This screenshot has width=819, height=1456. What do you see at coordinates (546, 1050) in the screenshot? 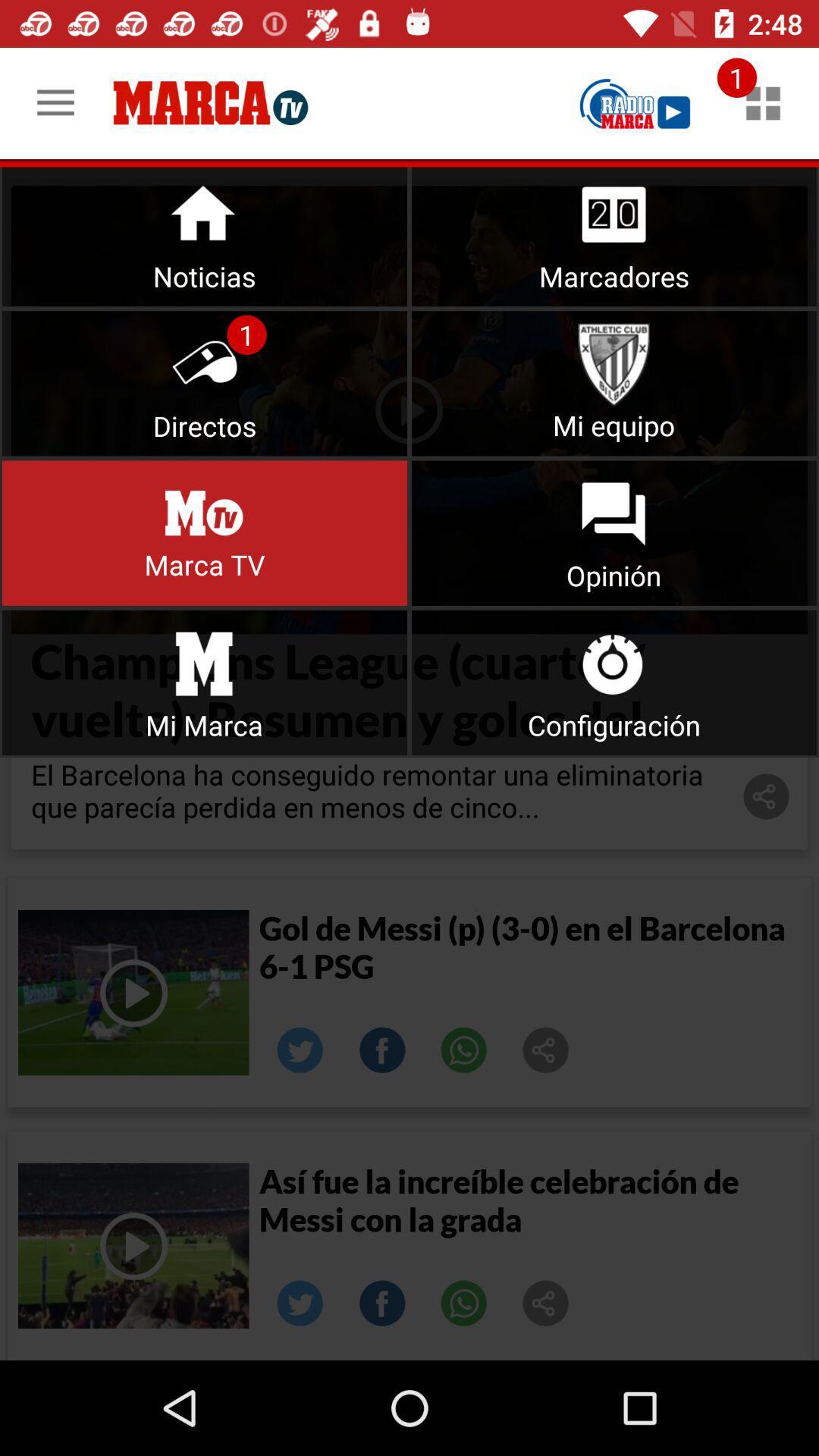
I see `share the article` at bounding box center [546, 1050].